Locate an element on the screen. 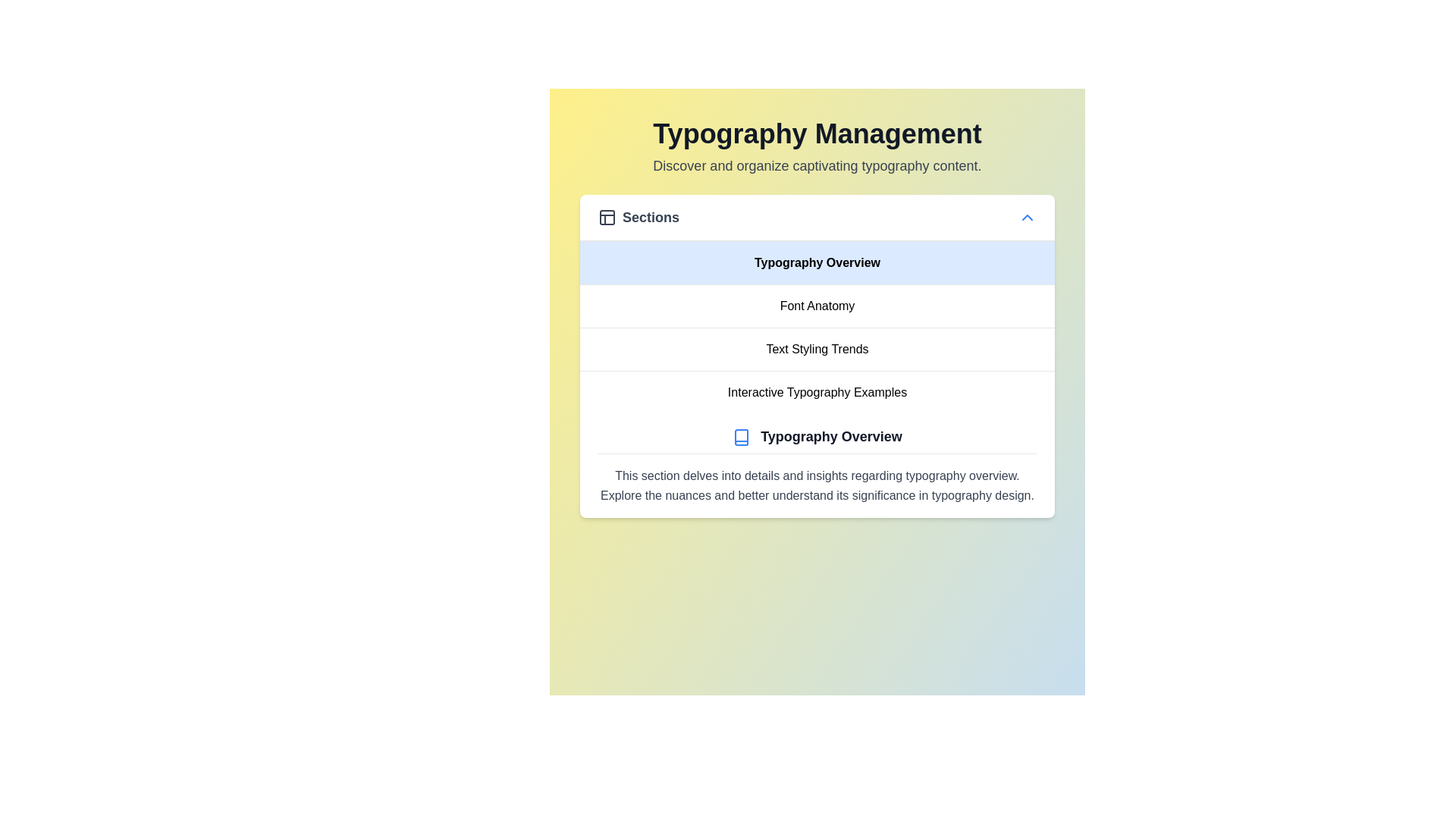  the text label that reads 'Text Styling Trends', which is the third item in a vertically stacked list under the 'Sections' heading, positioned between 'Font Anatomy' and 'Interactive Typography Examples' is located at coordinates (817, 349).